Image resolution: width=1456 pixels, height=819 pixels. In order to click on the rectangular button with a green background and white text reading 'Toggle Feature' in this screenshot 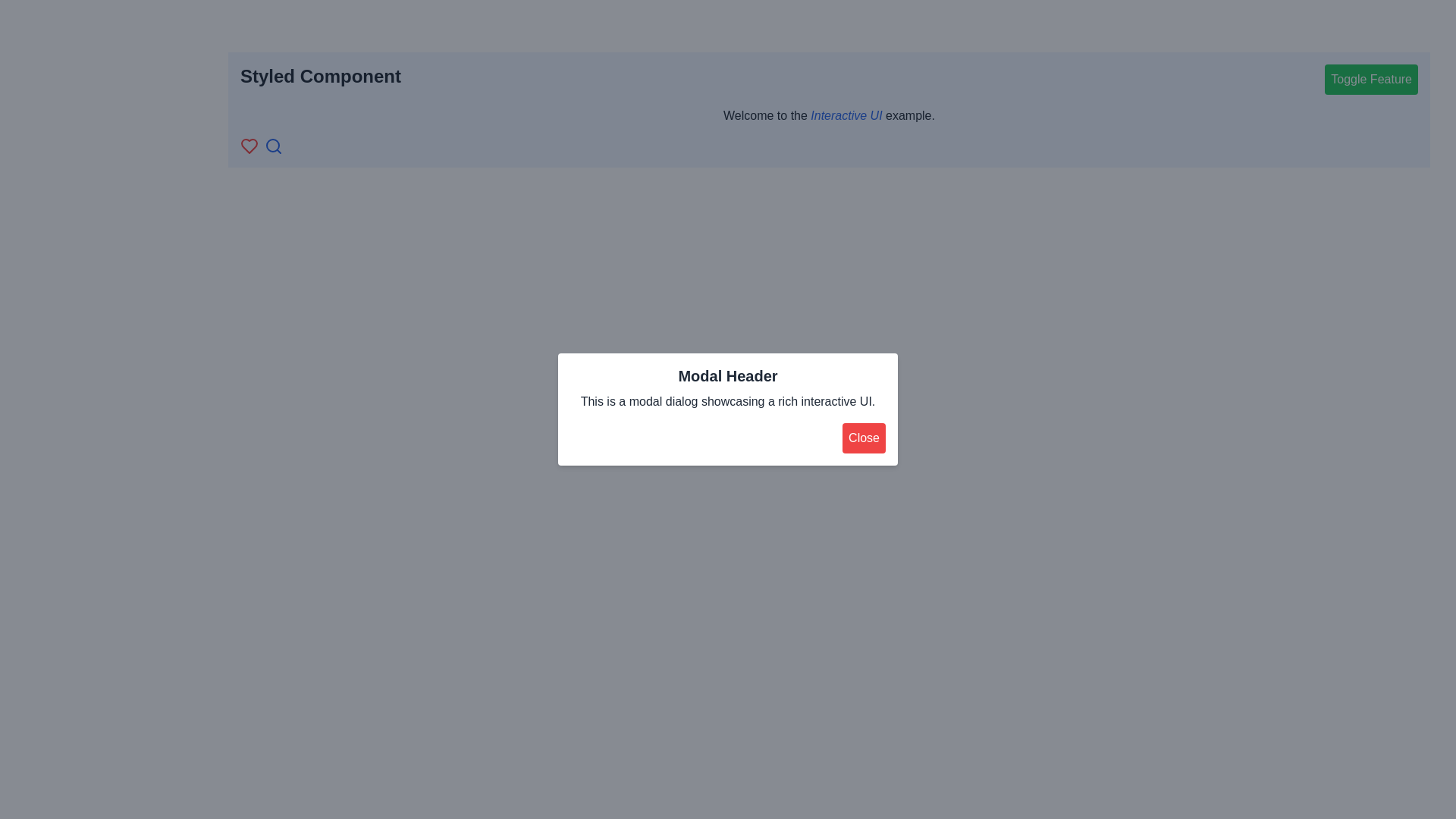, I will do `click(1371, 79)`.